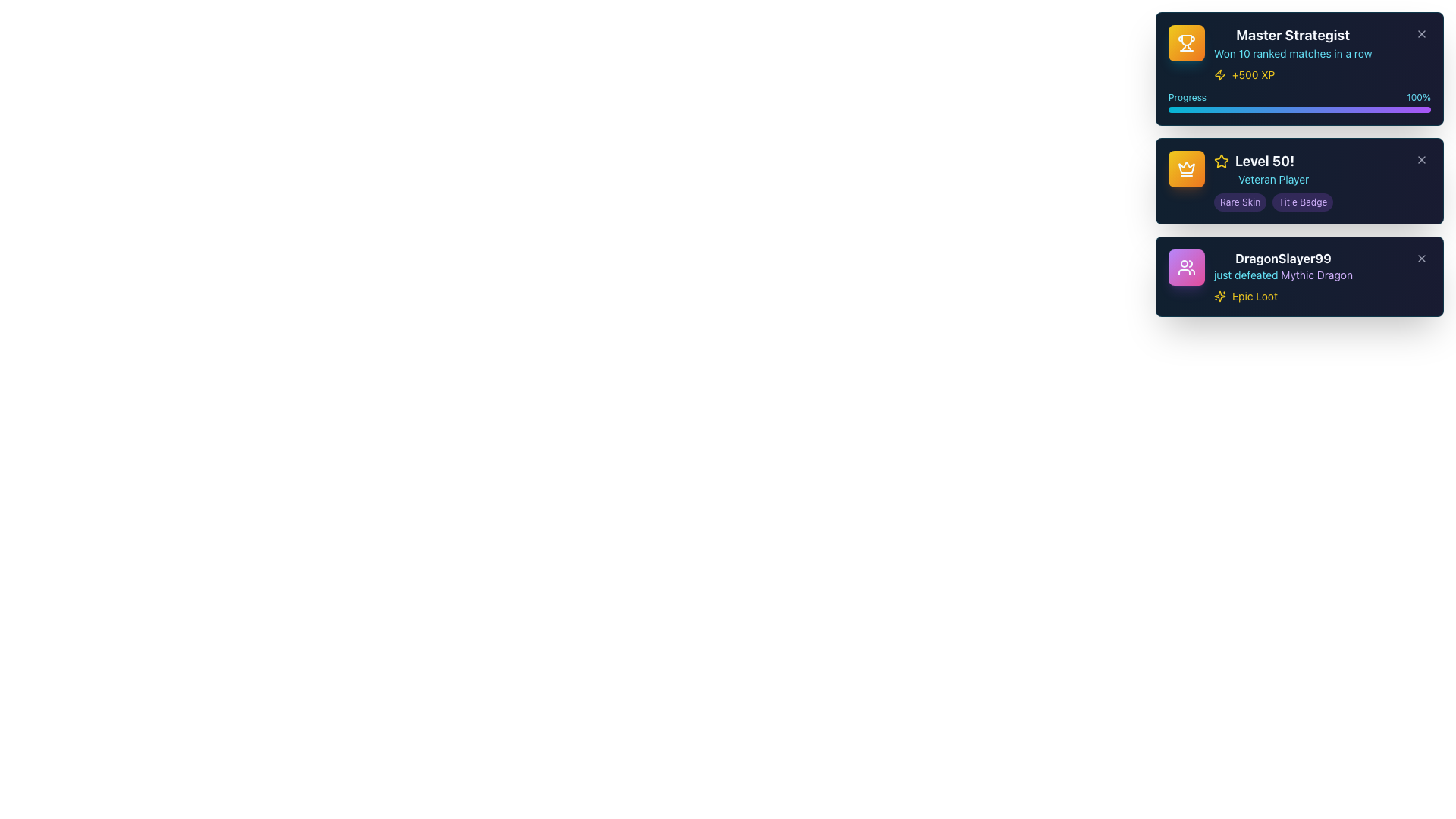  Describe the element at coordinates (1298, 277) in the screenshot. I see `the Achievement notification card, which is the third element in a vertical list, to interact with it` at that location.